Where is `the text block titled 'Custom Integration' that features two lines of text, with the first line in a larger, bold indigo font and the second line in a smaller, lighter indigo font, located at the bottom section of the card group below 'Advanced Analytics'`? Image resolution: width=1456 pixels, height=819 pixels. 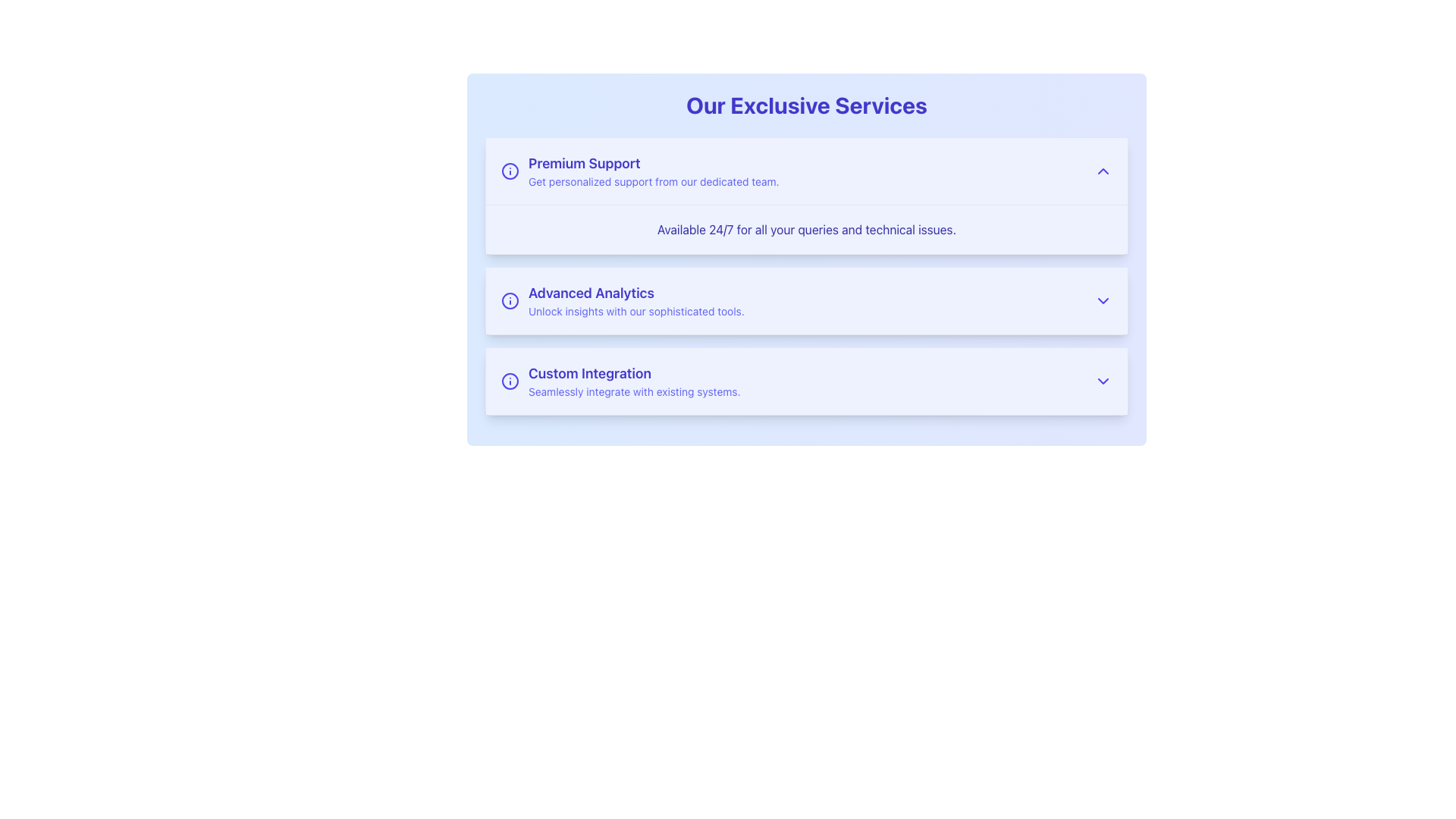 the text block titled 'Custom Integration' that features two lines of text, with the first line in a larger, bold indigo font and the second line in a smaller, lighter indigo font, located at the bottom section of the card group below 'Advanced Analytics' is located at coordinates (634, 380).